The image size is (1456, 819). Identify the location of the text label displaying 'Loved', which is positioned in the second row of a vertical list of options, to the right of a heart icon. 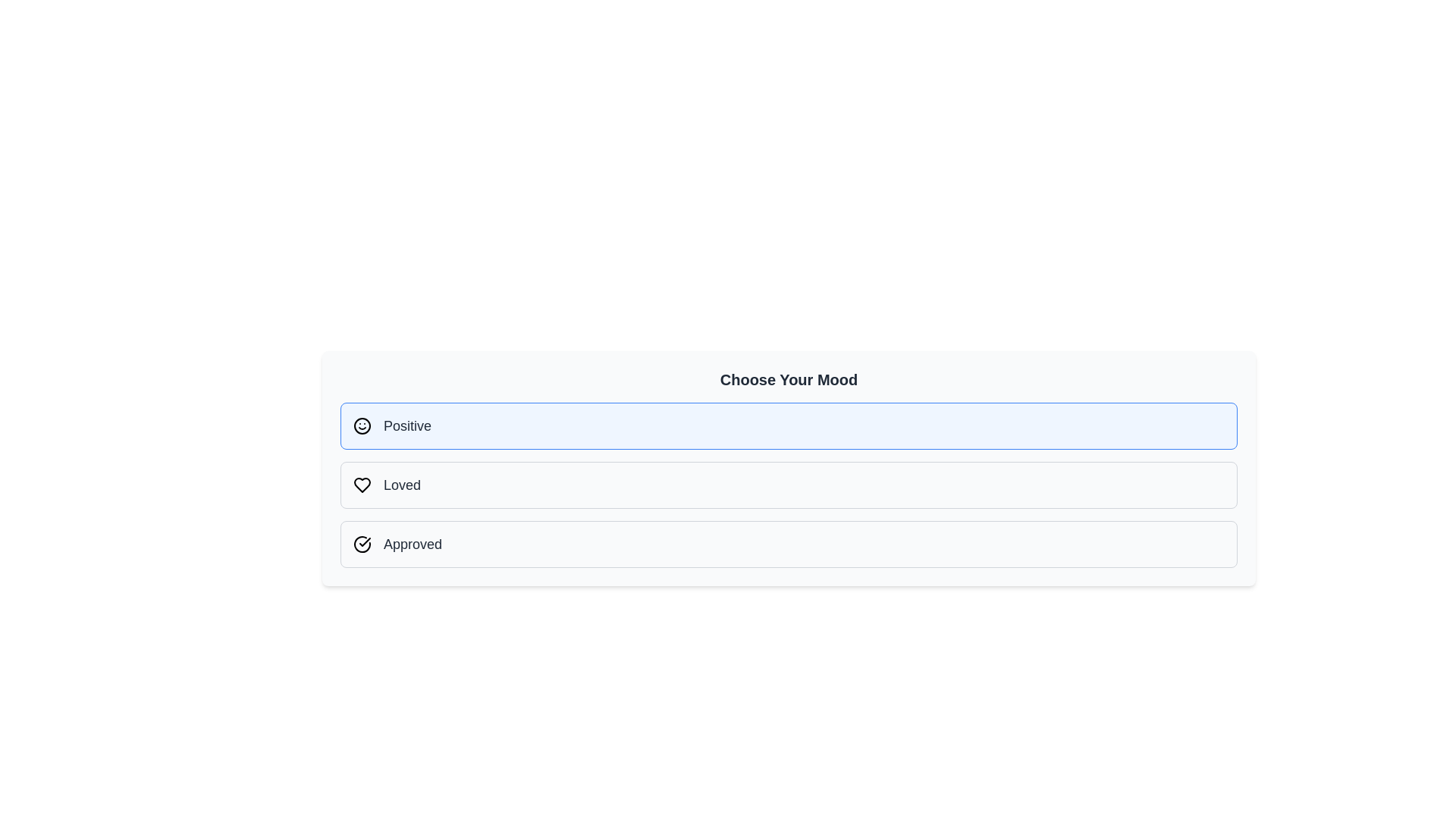
(402, 485).